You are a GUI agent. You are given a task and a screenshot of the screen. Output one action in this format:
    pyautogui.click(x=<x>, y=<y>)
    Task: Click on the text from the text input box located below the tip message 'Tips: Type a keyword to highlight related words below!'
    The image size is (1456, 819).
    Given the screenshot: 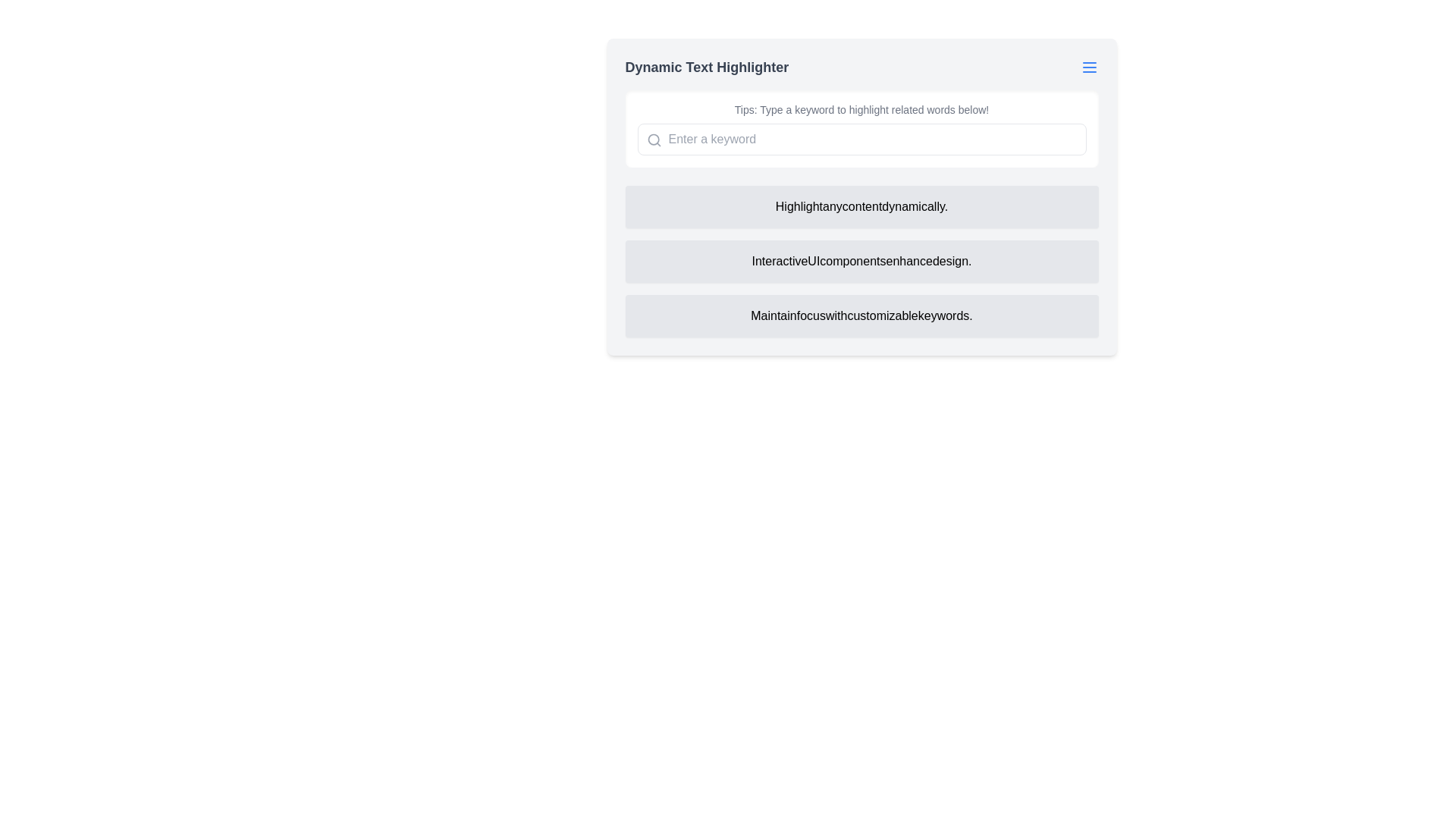 What is the action you would take?
    pyautogui.click(x=861, y=140)
    